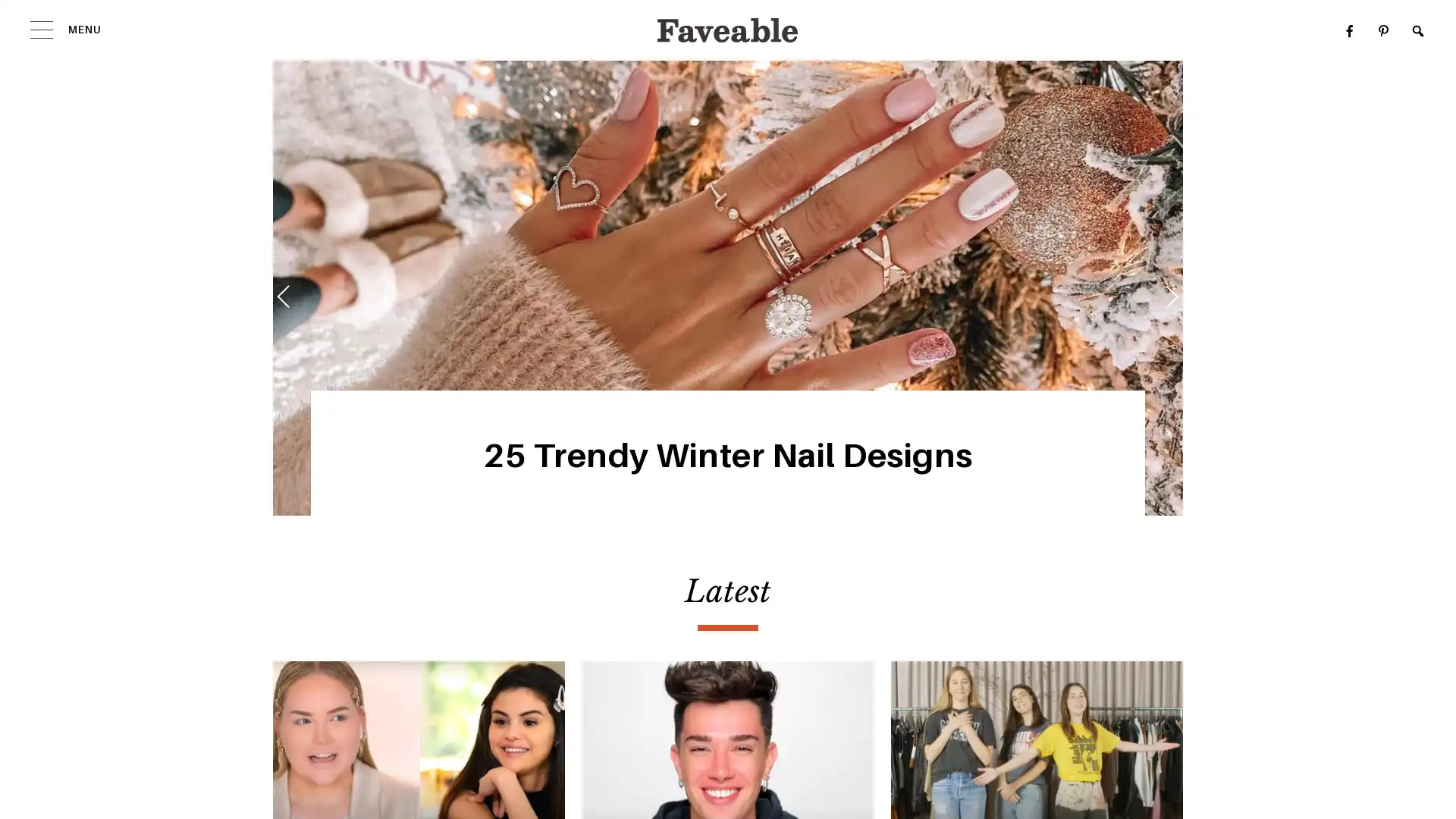 The image size is (1456, 819). I want to click on MENU, so click(105, 30).